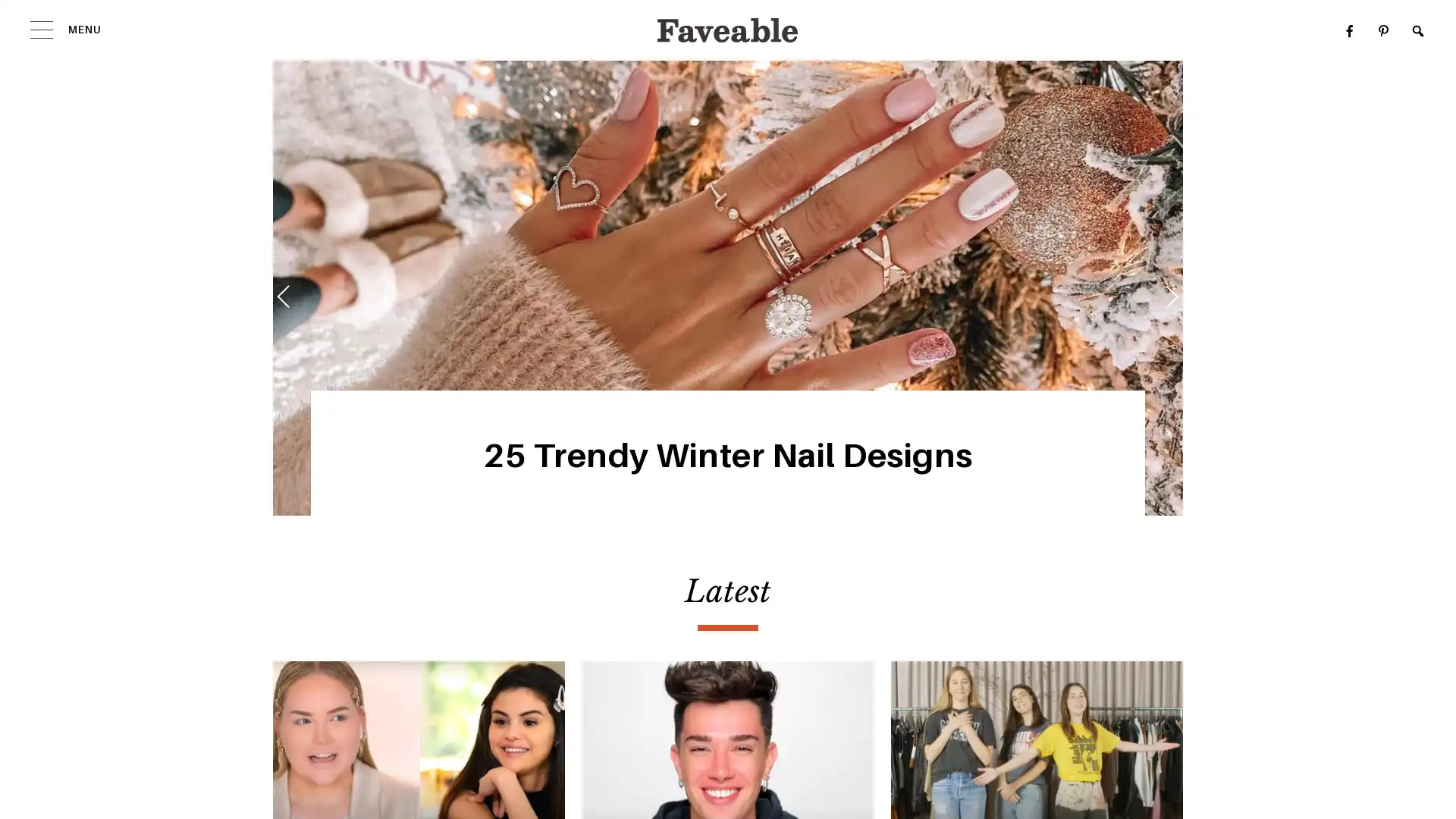 The image size is (1456, 819). I want to click on MENU, so click(105, 30).